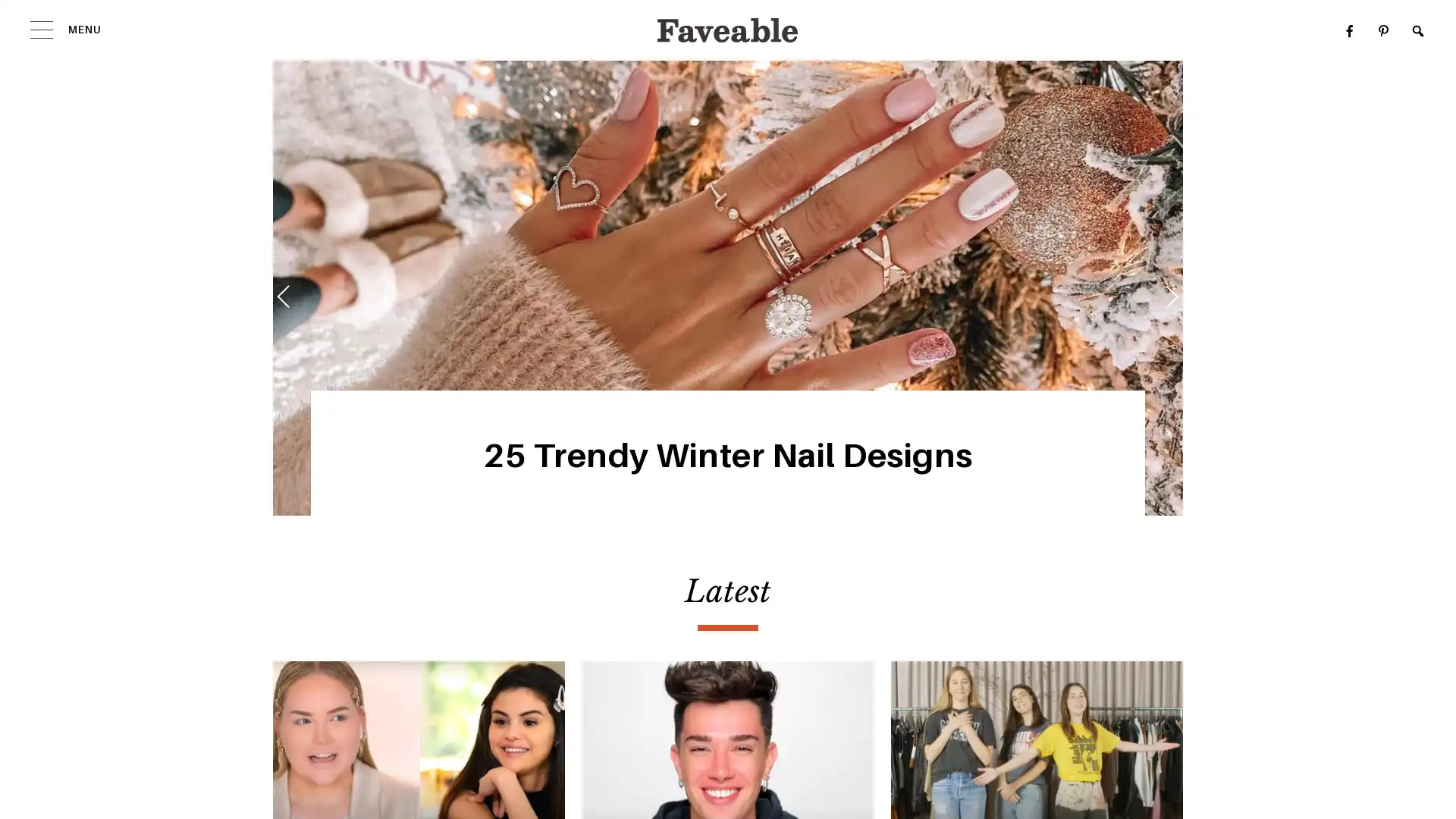 The image size is (1456, 819). I want to click on MENU, so click(105, 30).